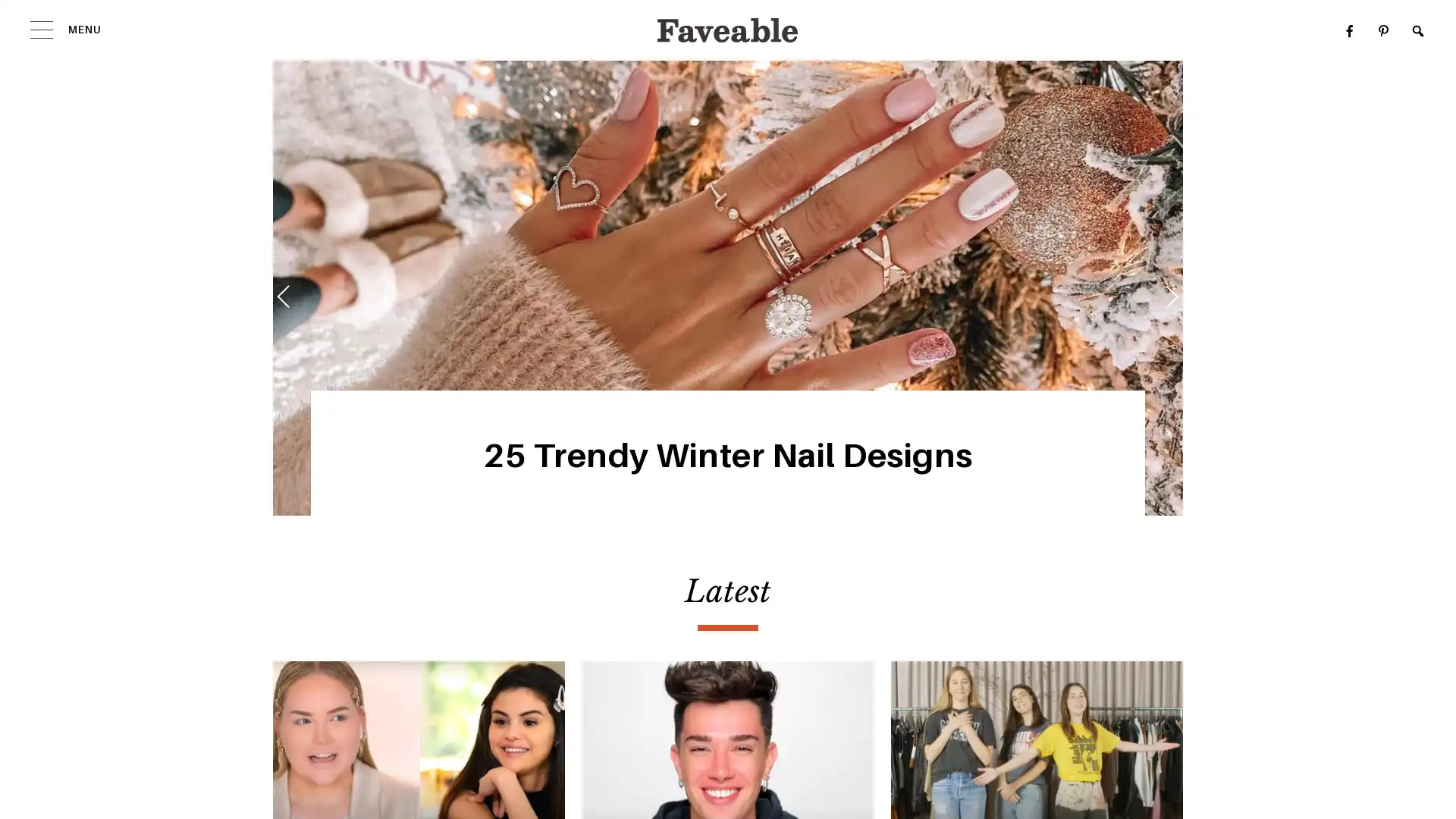 The image size is (1456, 819). I want to click on MENU, so click(105, 30).